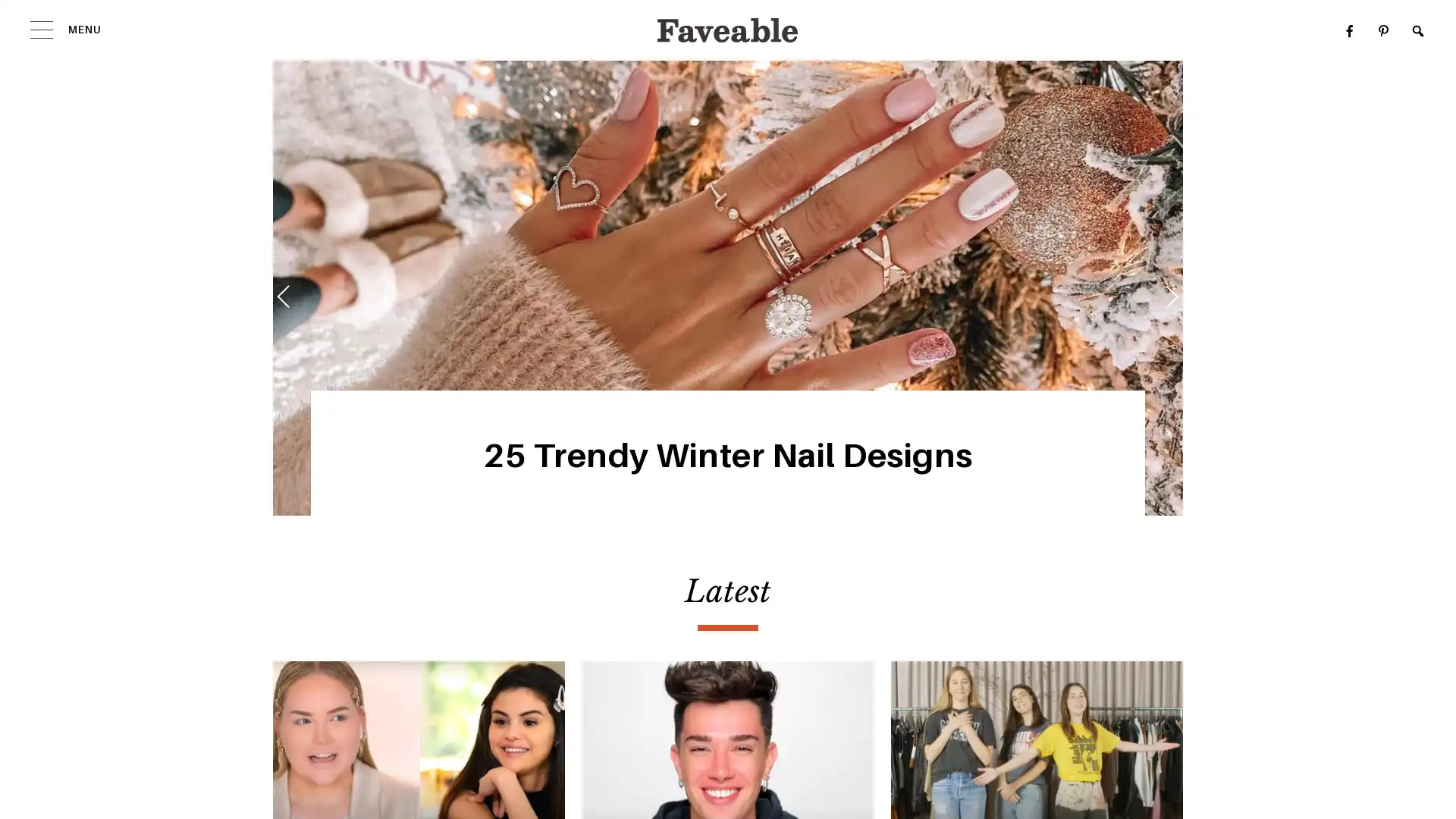 The image size is (1456, 819). I want to click on MENU, so click(105, 30).